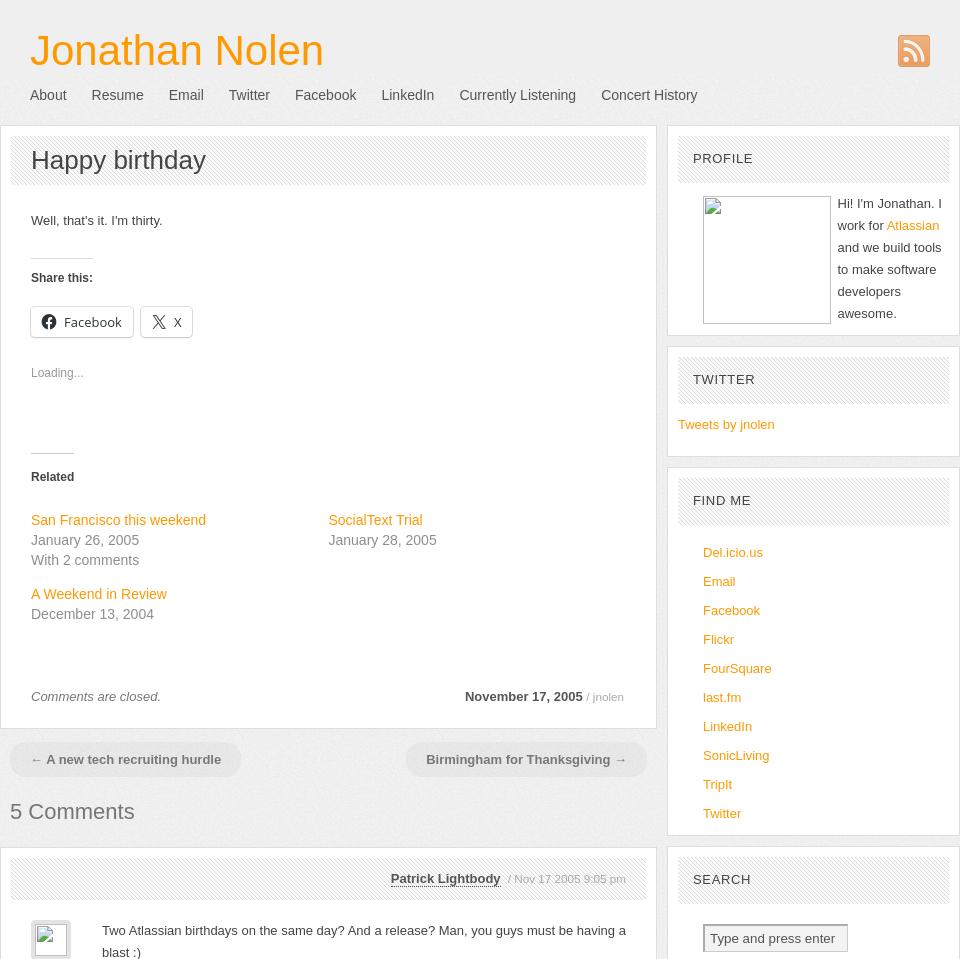  I want to click on 'Profile', so click(721, 157).